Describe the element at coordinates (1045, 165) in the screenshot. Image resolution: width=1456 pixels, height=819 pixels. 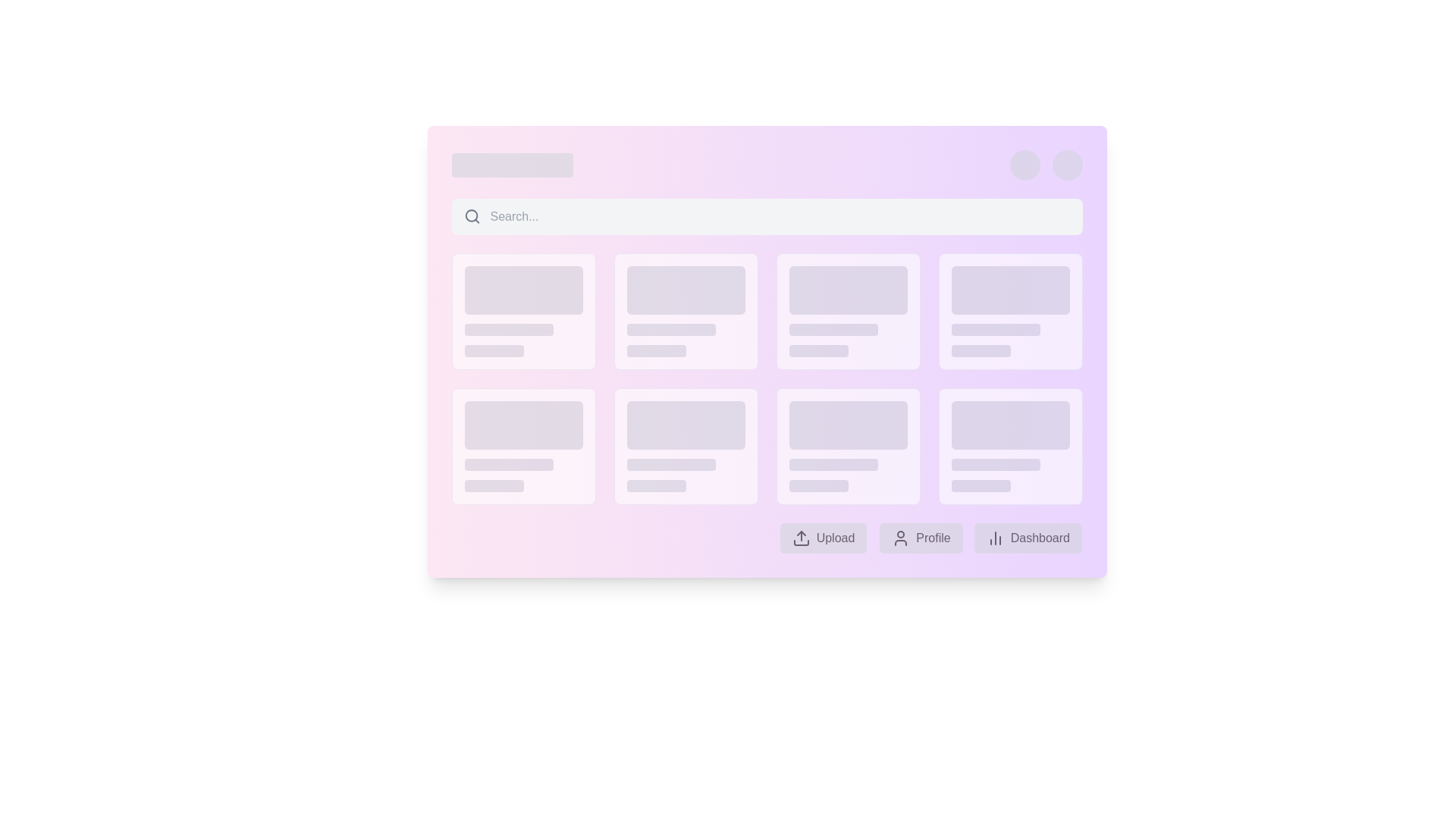
I see `the Placeholder Graphics element, which consists of two light-gray circular components located in the top-right section of the interface` at that location.